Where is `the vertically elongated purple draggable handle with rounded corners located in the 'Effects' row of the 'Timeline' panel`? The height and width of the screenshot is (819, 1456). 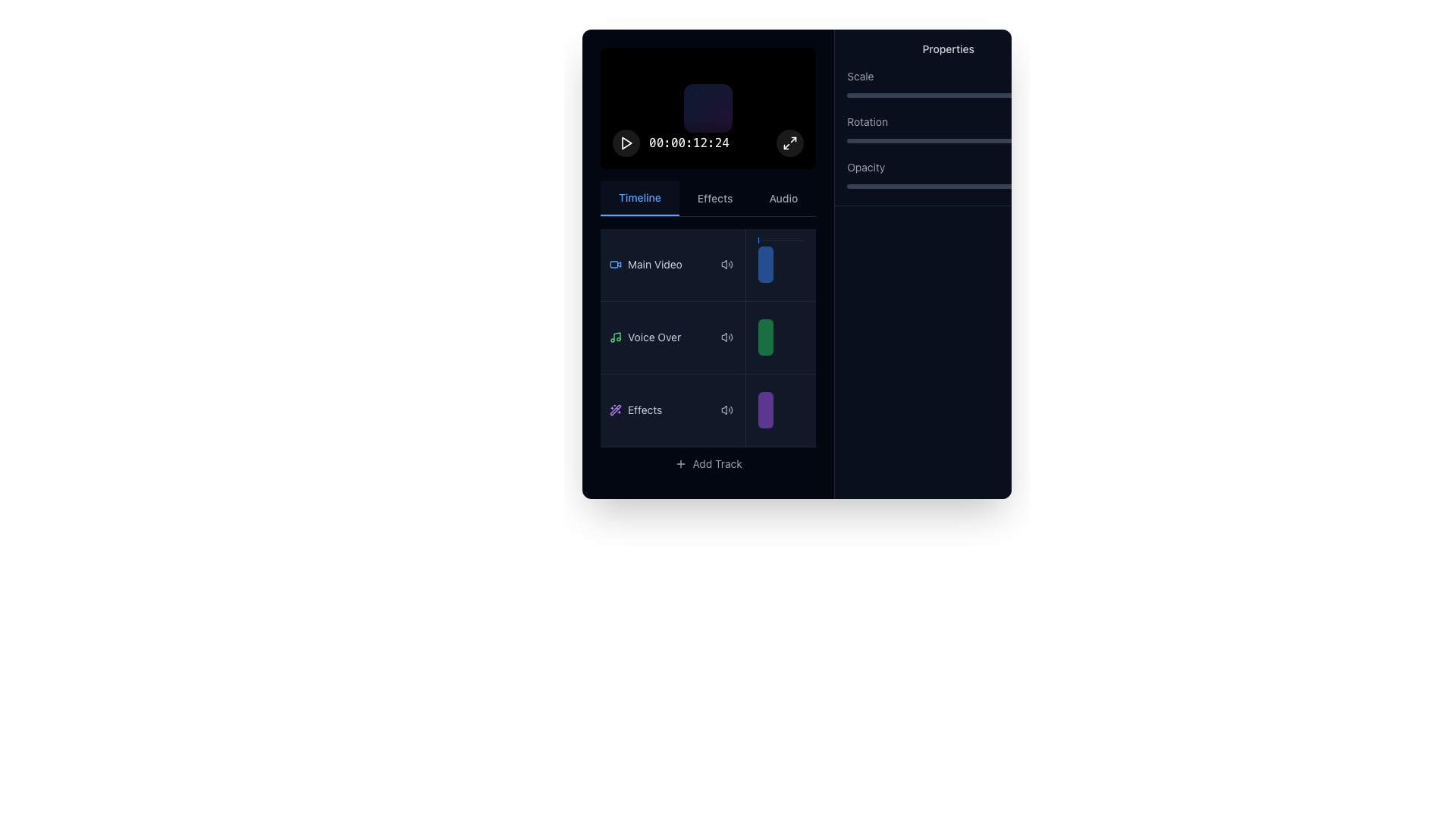 the vertically elongated purple draggable handle with rounded corners located in the 'Effects' row of the 'Timeline' panel is located at coordinates (766, 410).